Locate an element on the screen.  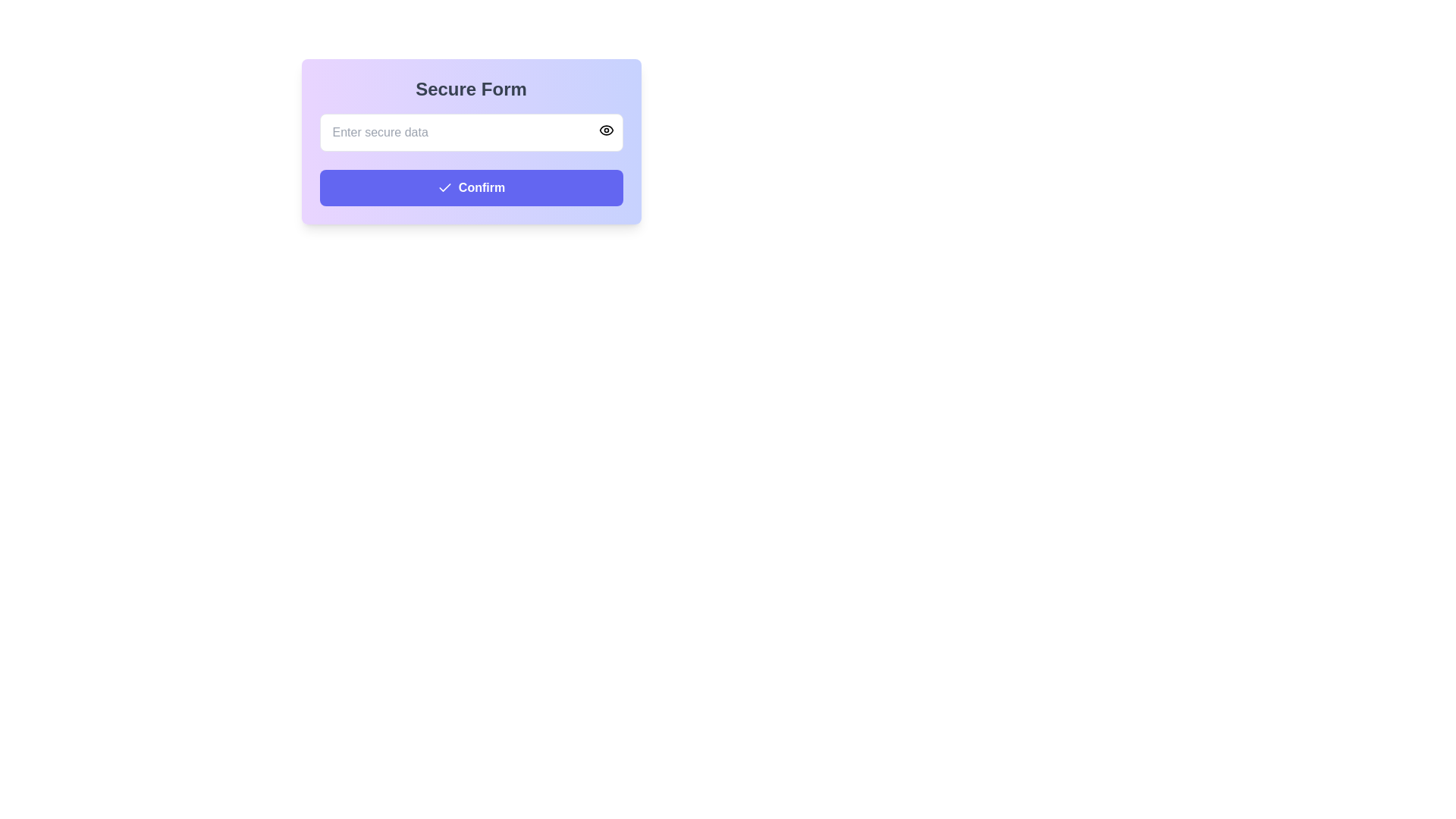
the eye icon button located at the top right corner of the password input field is located at coordinates (605, 130).